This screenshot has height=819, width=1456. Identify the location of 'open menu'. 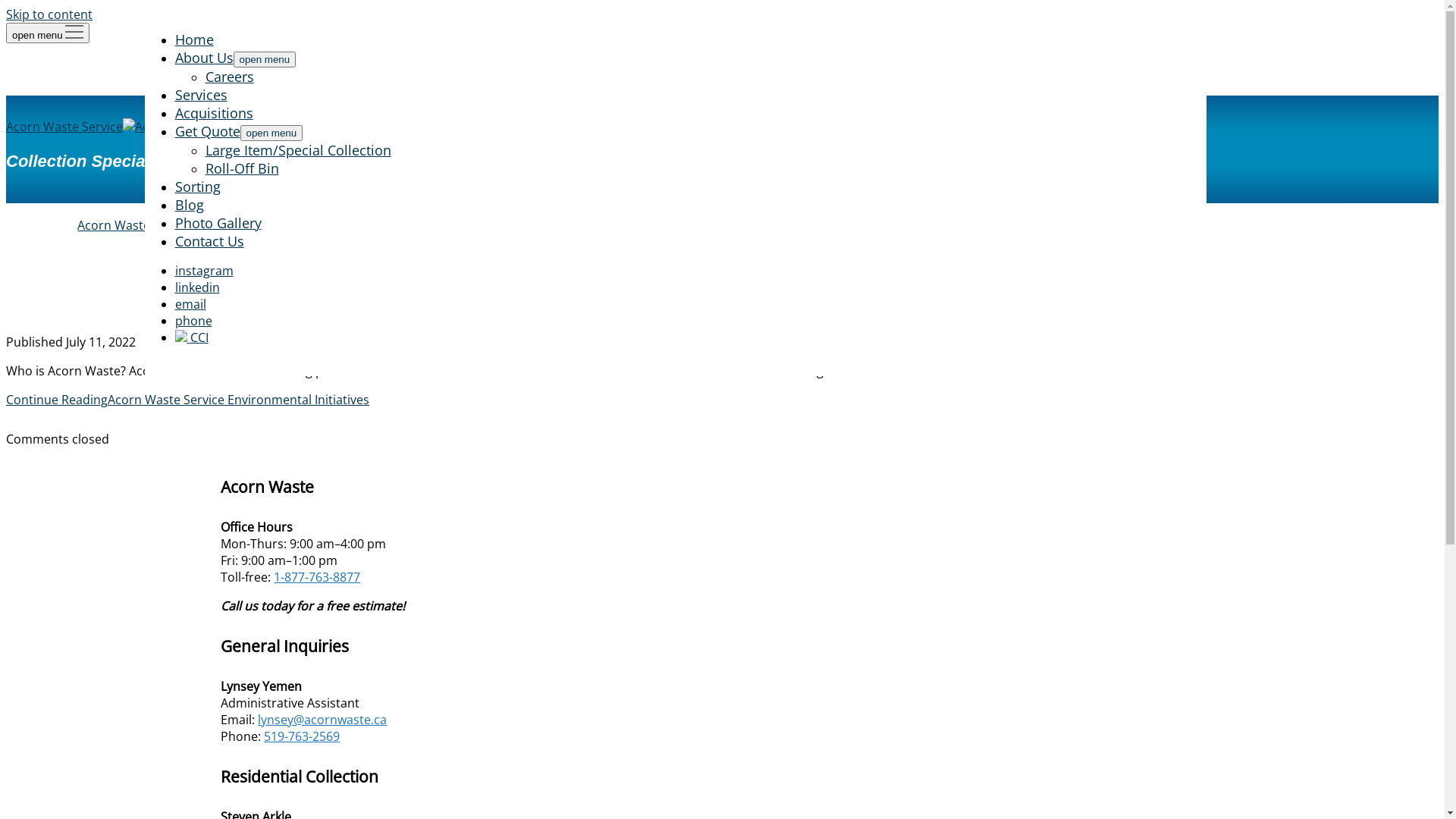
(265, 58).